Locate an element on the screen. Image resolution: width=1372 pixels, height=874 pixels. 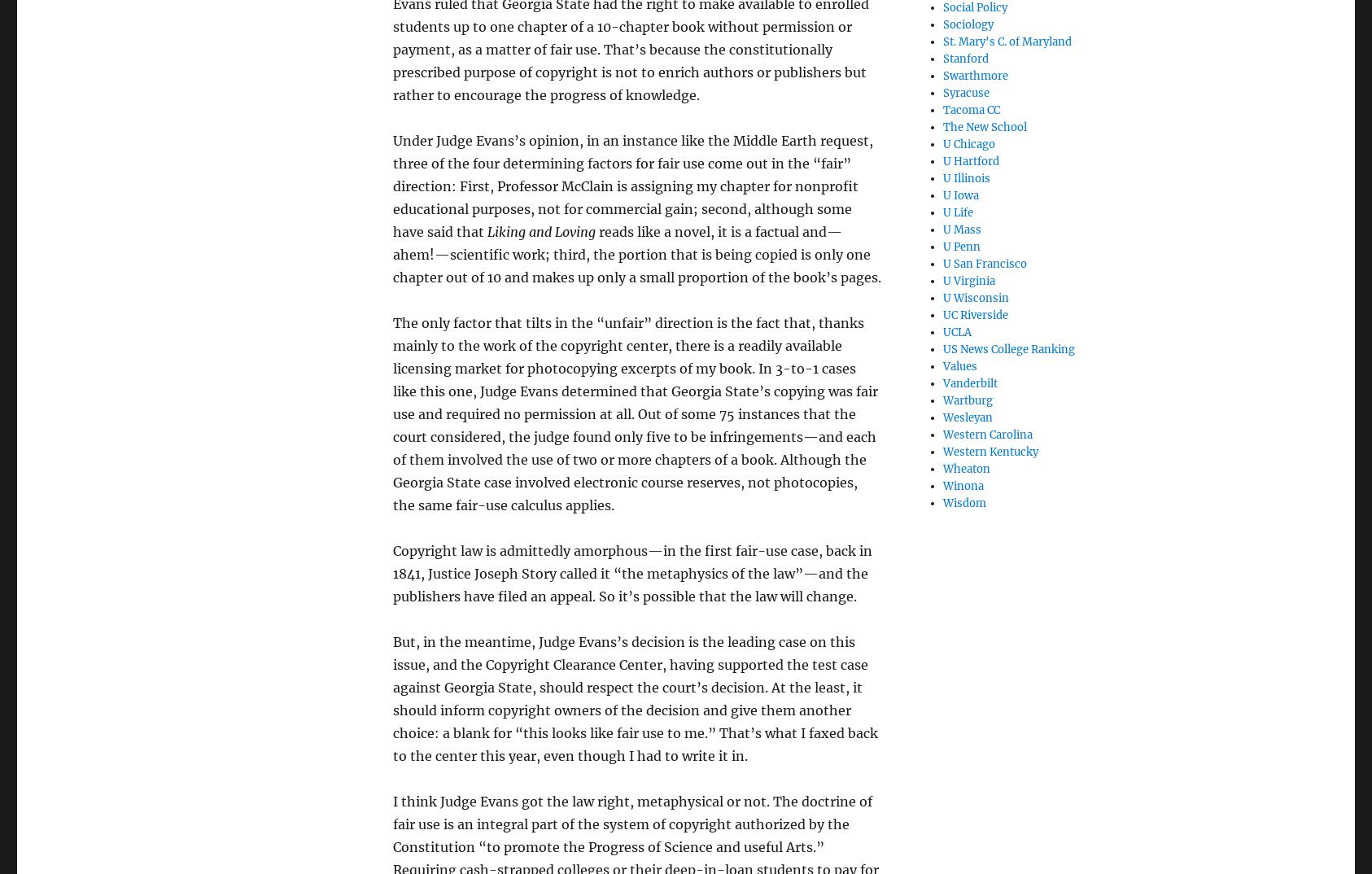
'Sociology' is located at coordinates (967, 23).